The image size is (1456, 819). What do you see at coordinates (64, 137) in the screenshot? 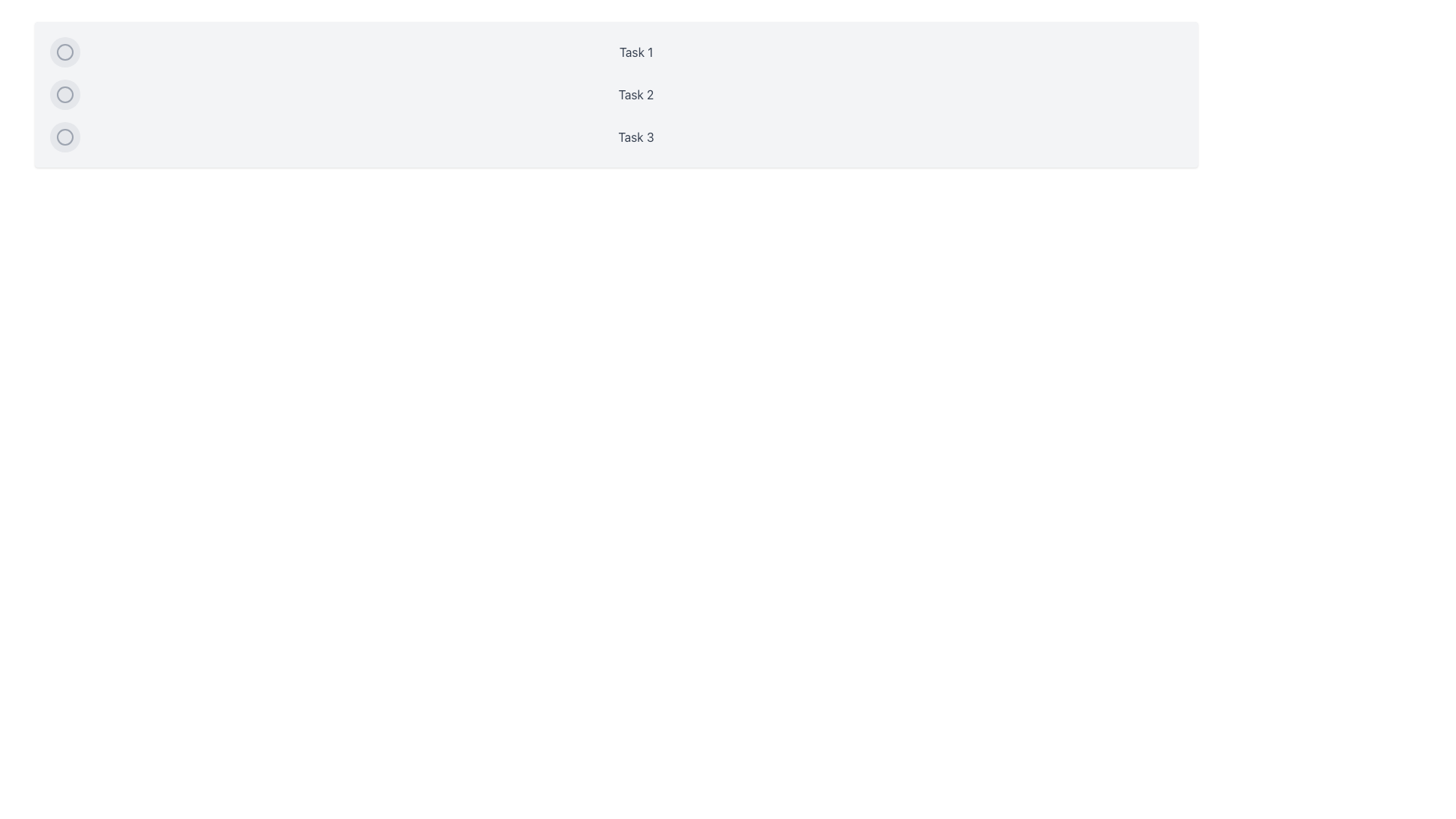
I see `the status of the Circle graphic indicating the status or category for 'Task 3', which is the third circle in a vertically aligned set of icons` at bounding box center [64, 137].